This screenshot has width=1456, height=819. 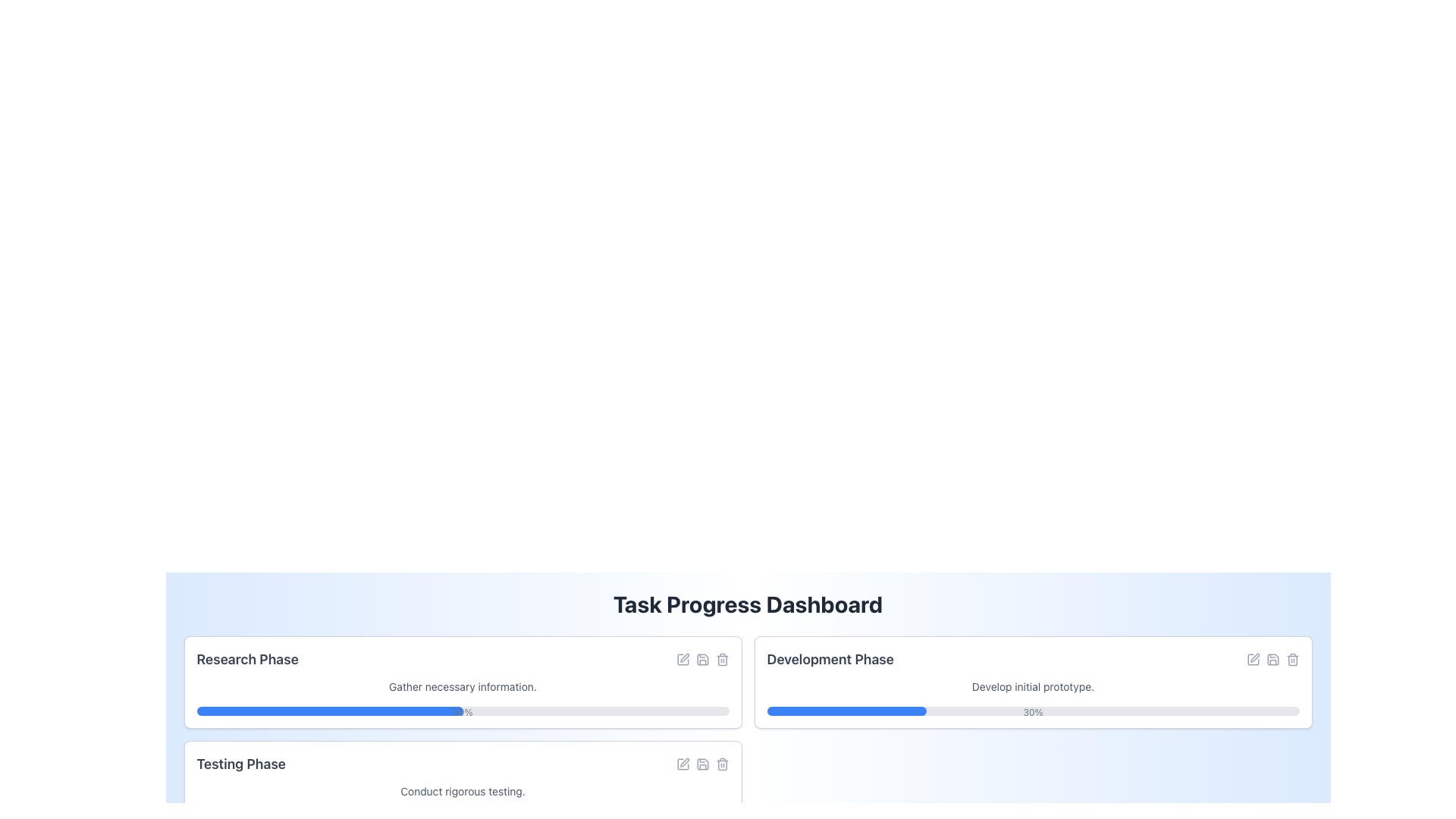 What do you see at coordinates (683, 657) in the screenshot?
I see `the edit icon button located at the top right corner of the 'Research Phase' card to initiate the edit action` at bounding box center [683, 657].